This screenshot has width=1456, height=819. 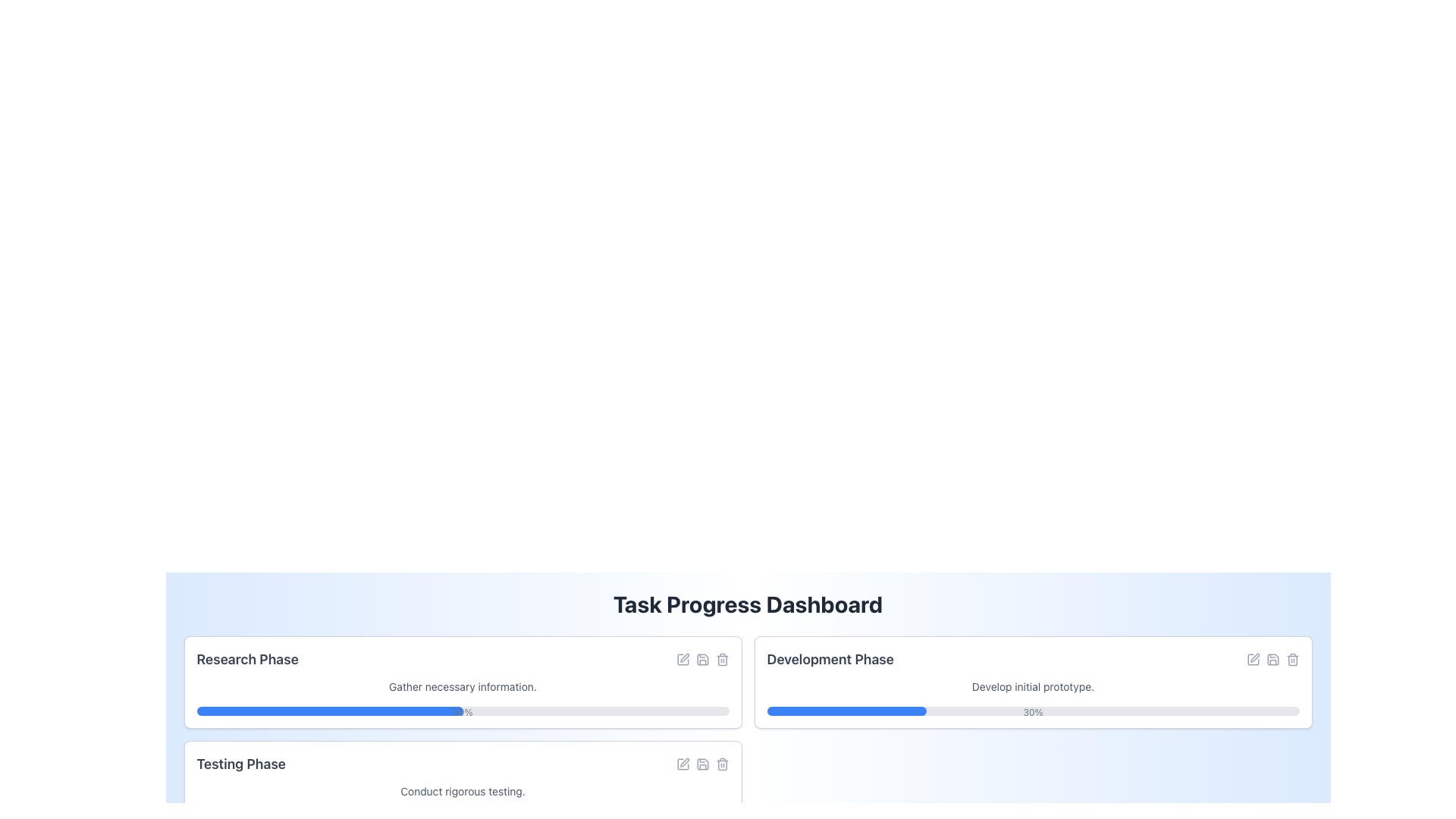 What do you see at coordinates (683, 657) in the screenshot?
I see `the edit icon button located at the top right corner of the 'Research Phase' card to initiate the edit action` at bounding box center [683, 657].